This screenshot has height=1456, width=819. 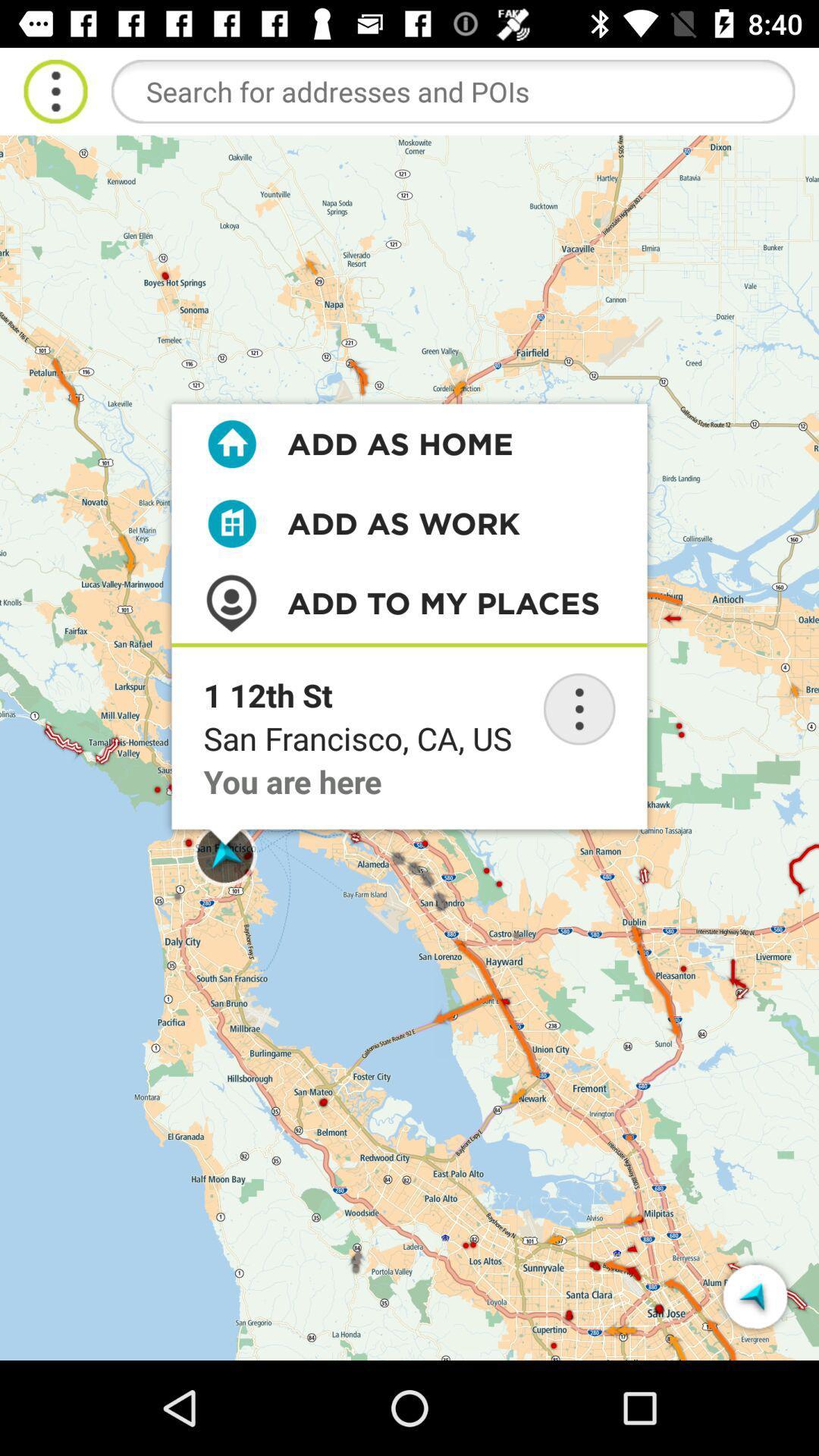 What do you see at coordinates (55, 90) in the screenshot?
I see `menu` at bounding box center [55, 90].